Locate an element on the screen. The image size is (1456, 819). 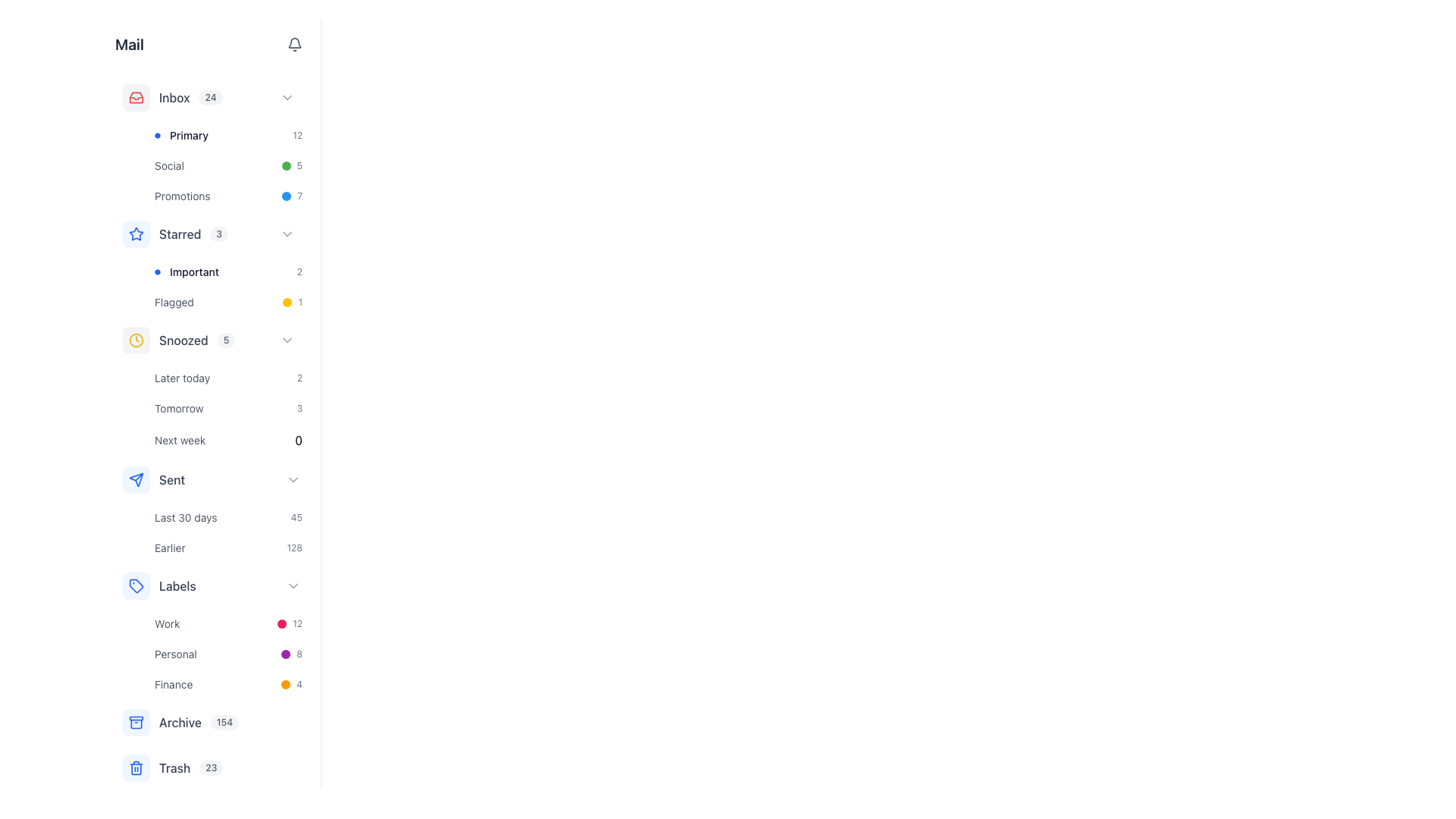
the text label reading 'Finance', which is styled with a light gray color and smaller font size, located under the 'Labels' section in the vertical navigation panel is located at coordinates (174, 684).